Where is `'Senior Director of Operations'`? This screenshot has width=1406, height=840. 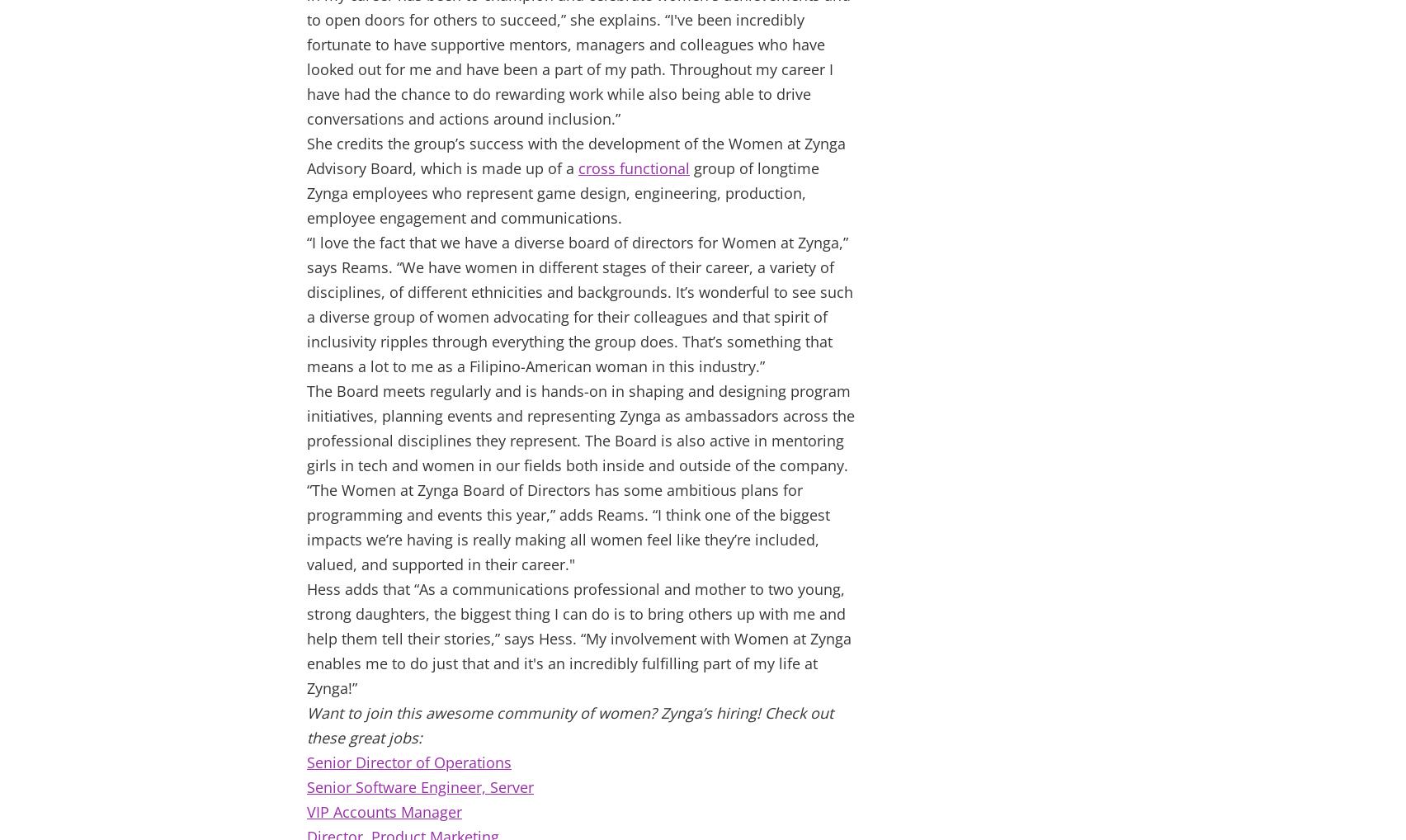 'Senior Director of Operations' is located at coordinates (409, 762).